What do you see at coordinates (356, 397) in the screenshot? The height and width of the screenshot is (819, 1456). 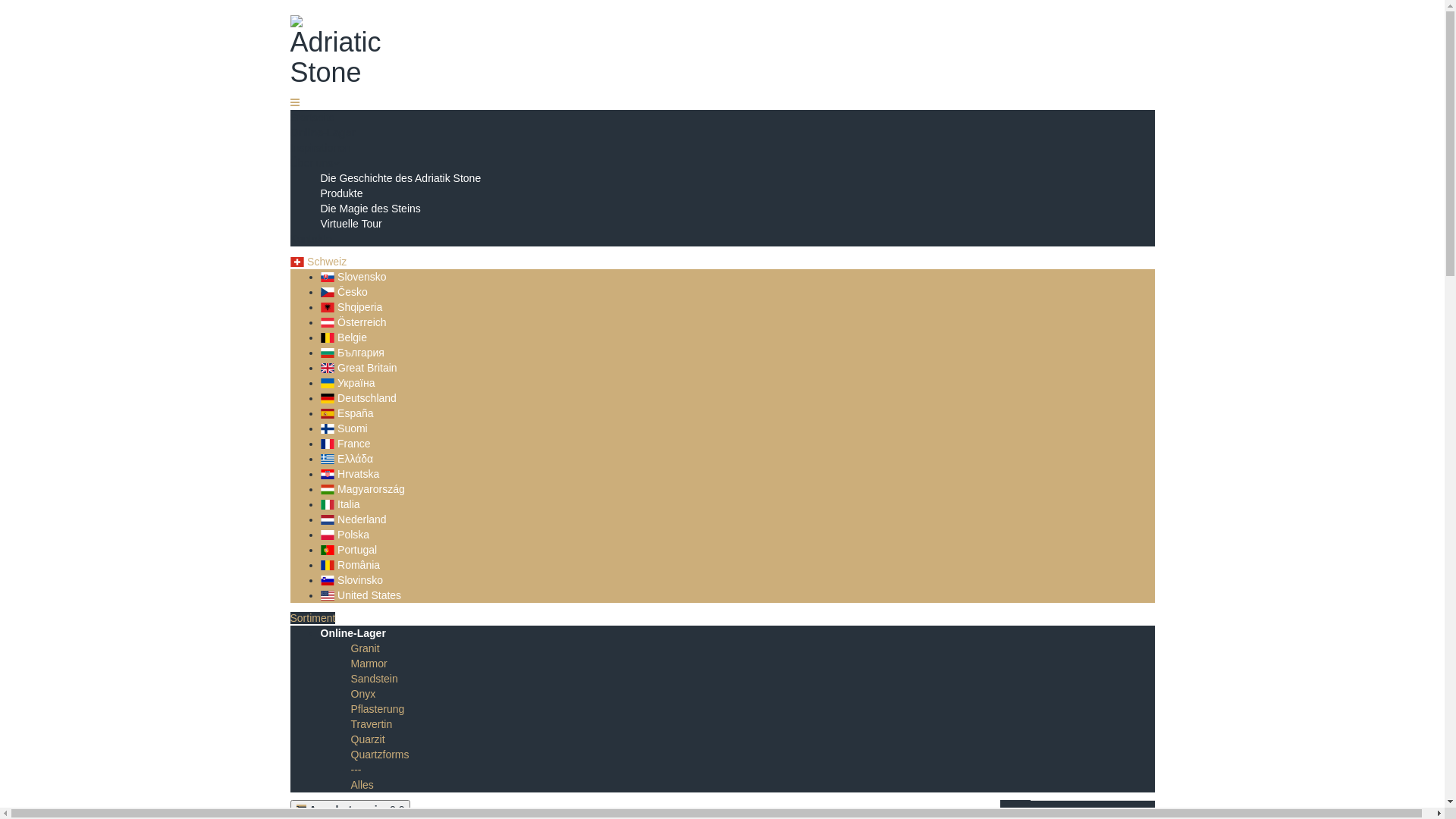 I see `' Deutschland'` at bounding box center [356, 397].